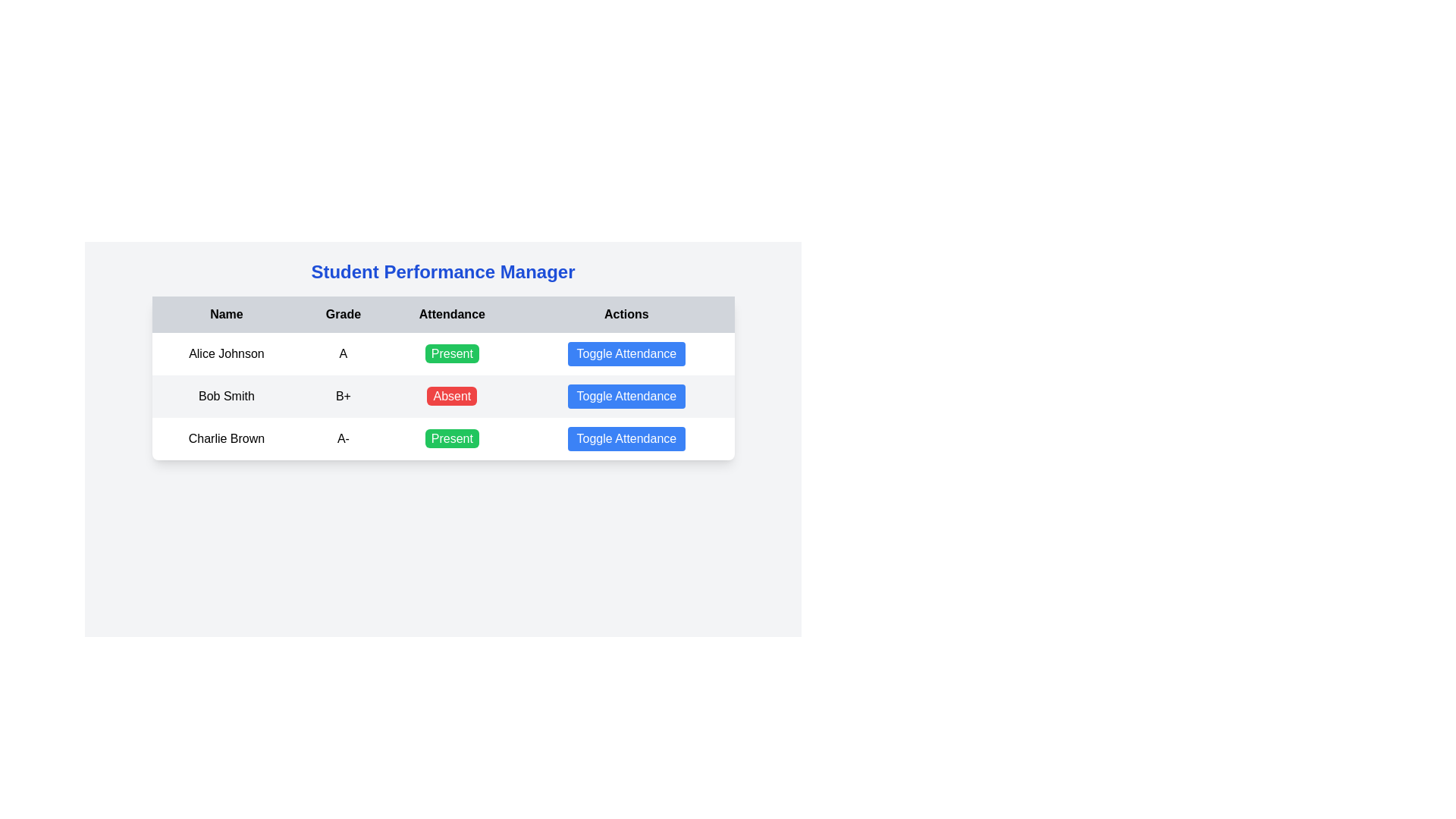  Describe the element at coordinates (442, 438) in the screenshot. I see `the row representing the student 'Charlie Brown' in the 'Student Performance Manager' table` at that location.